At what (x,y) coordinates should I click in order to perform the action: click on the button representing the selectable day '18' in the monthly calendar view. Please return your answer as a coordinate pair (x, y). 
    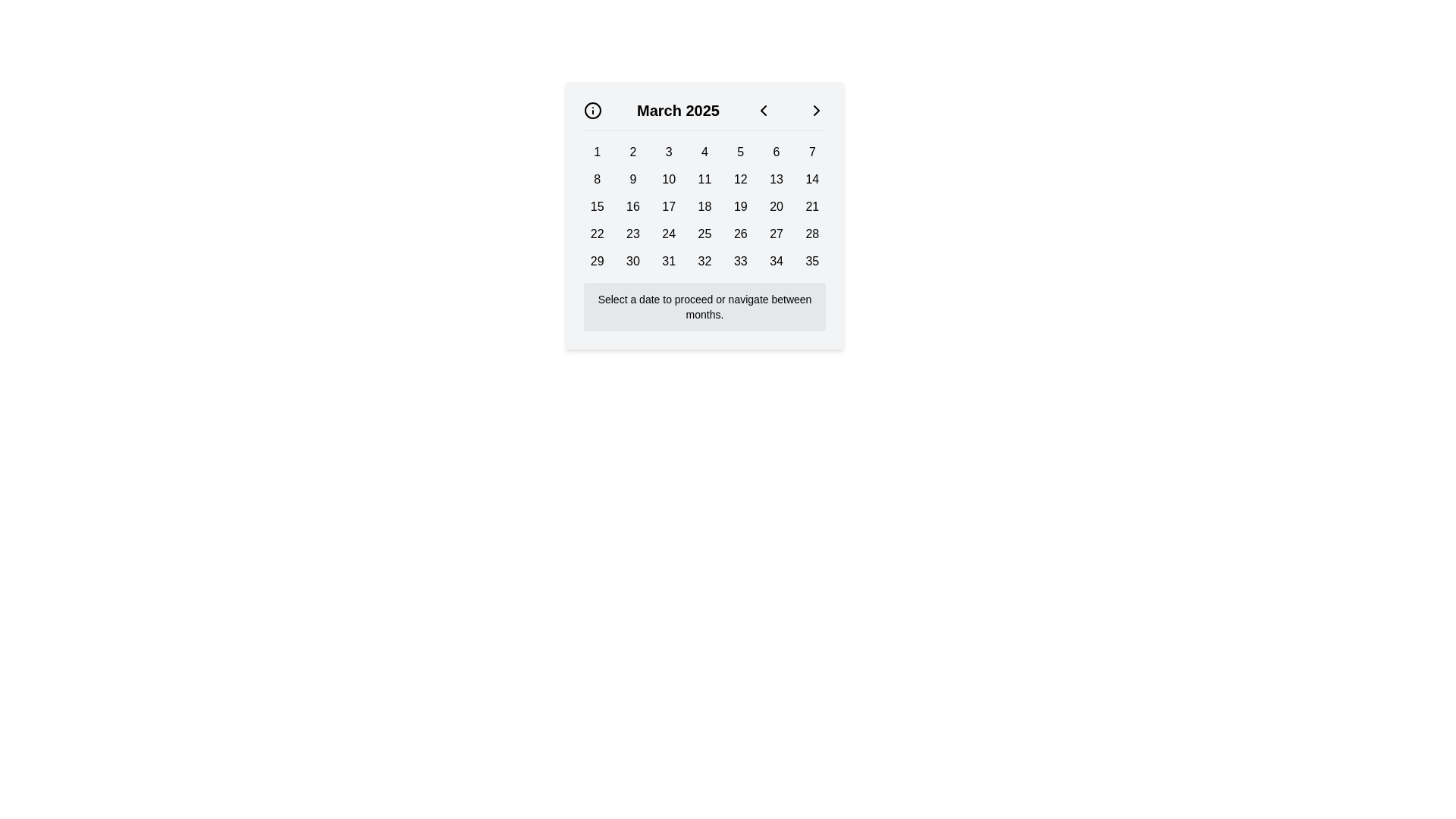
    Looking at the image, I should click on (704, 207).